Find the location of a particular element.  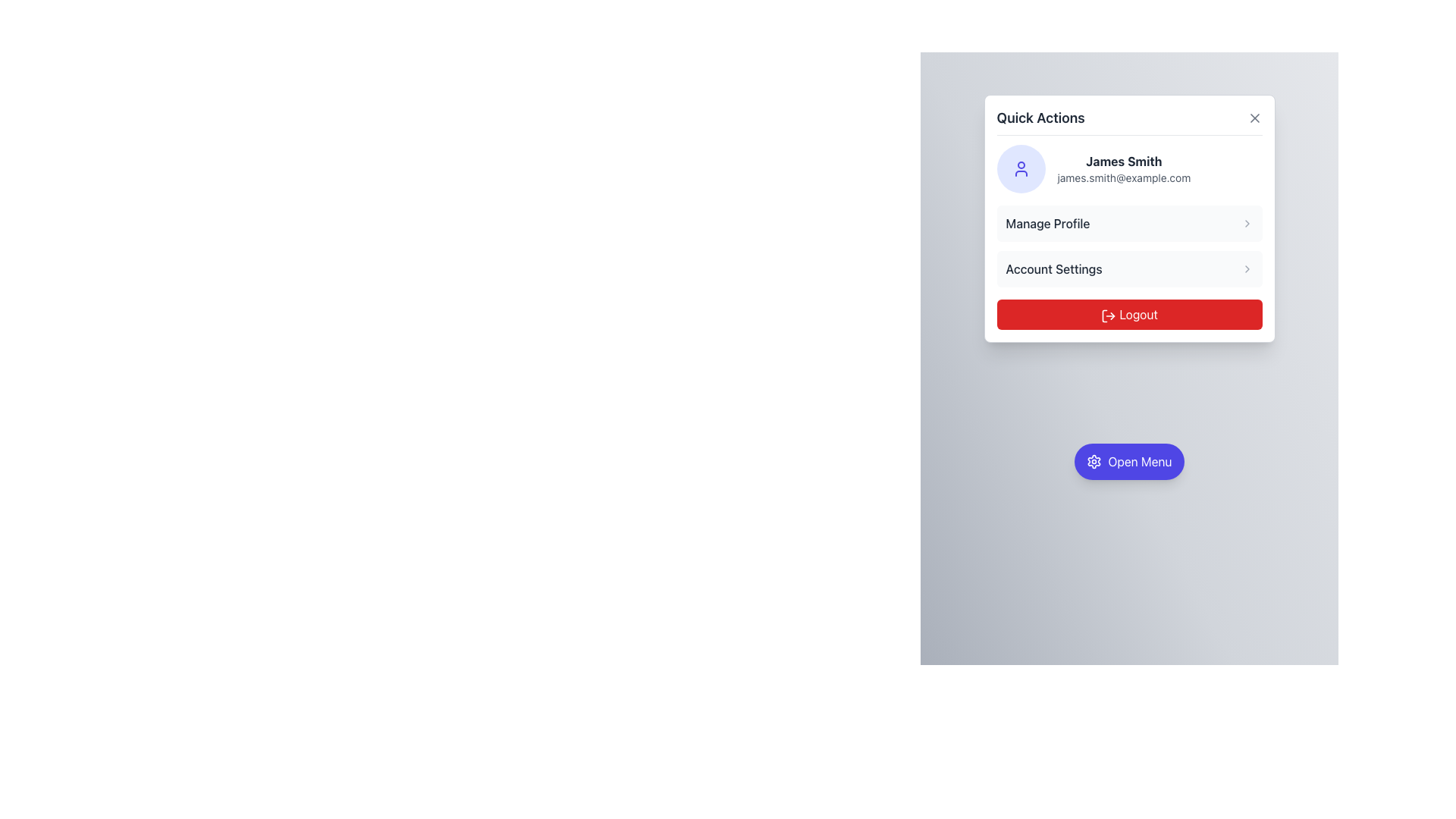

the icon located at the far right of the 'Account Settings' row within the 'Quick Actions' menu is located at coordinates (1247, 268).